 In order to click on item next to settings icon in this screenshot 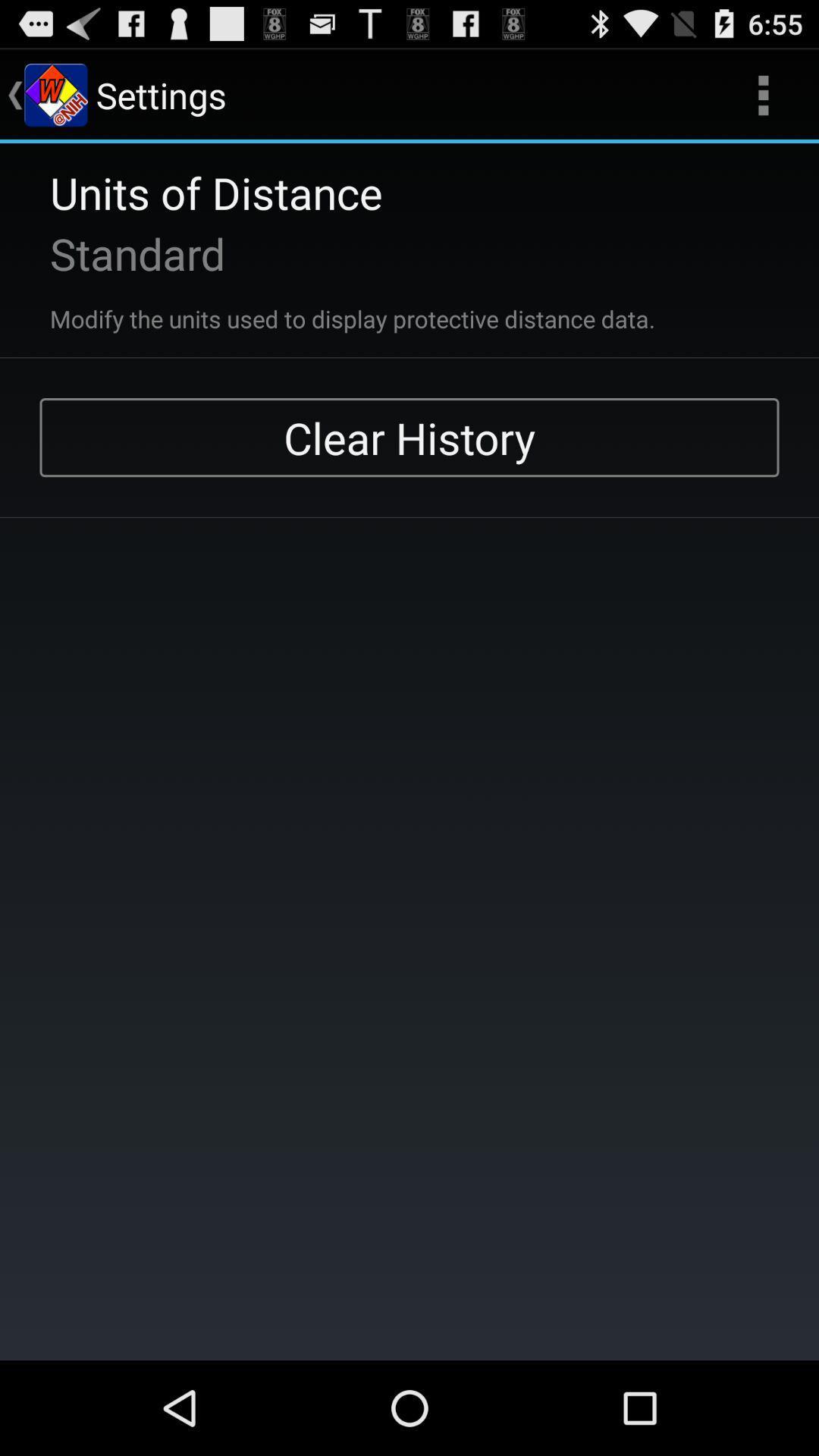, I will do `click(763, 94)`.